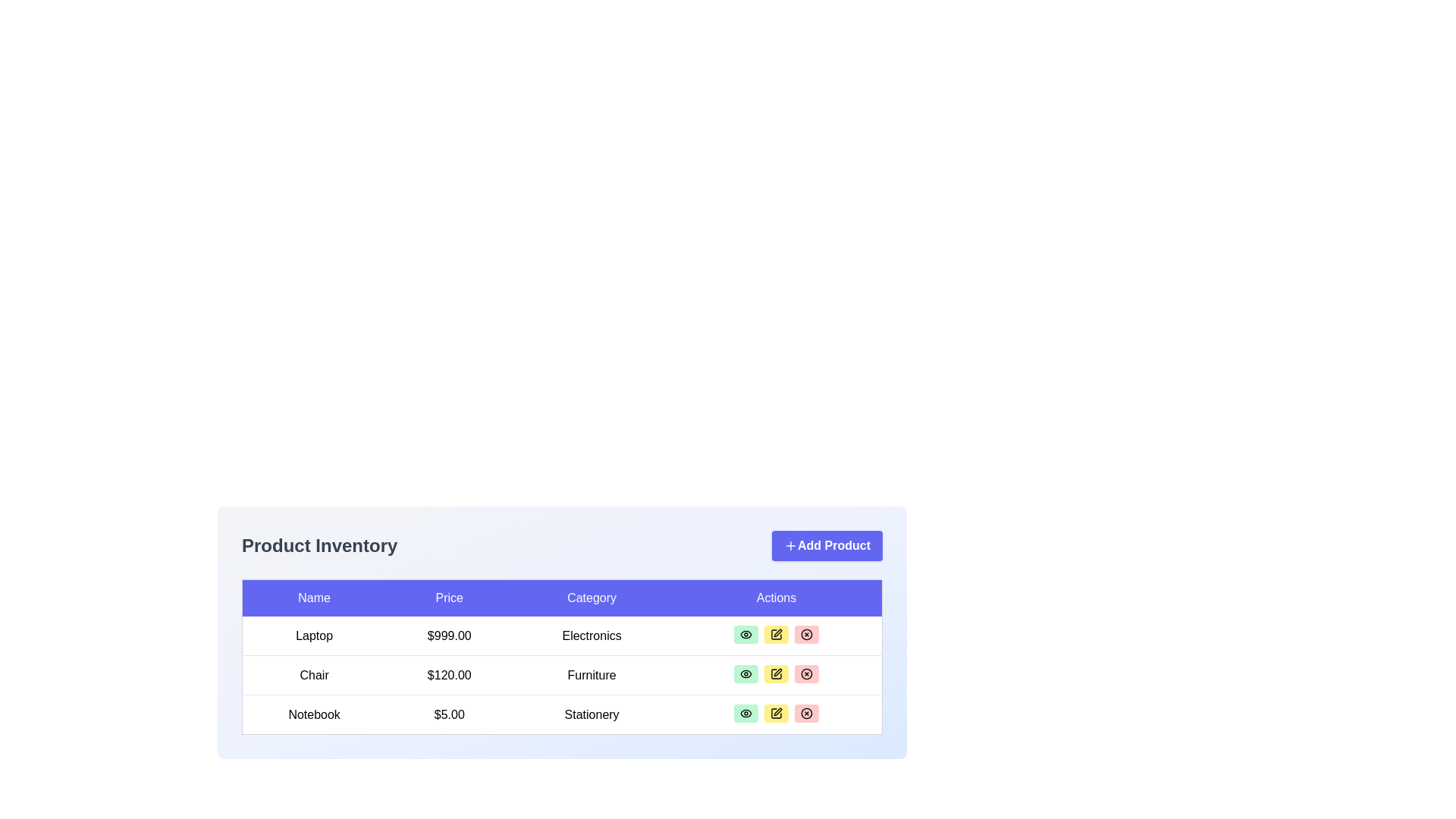 This screenshot has width=1456, height=819. Describe the element at coordinates (745, 635) in the screenshot. I see `the eye icon button in the 'Actions' column corresponding to the 'Laptop' product` at that location.